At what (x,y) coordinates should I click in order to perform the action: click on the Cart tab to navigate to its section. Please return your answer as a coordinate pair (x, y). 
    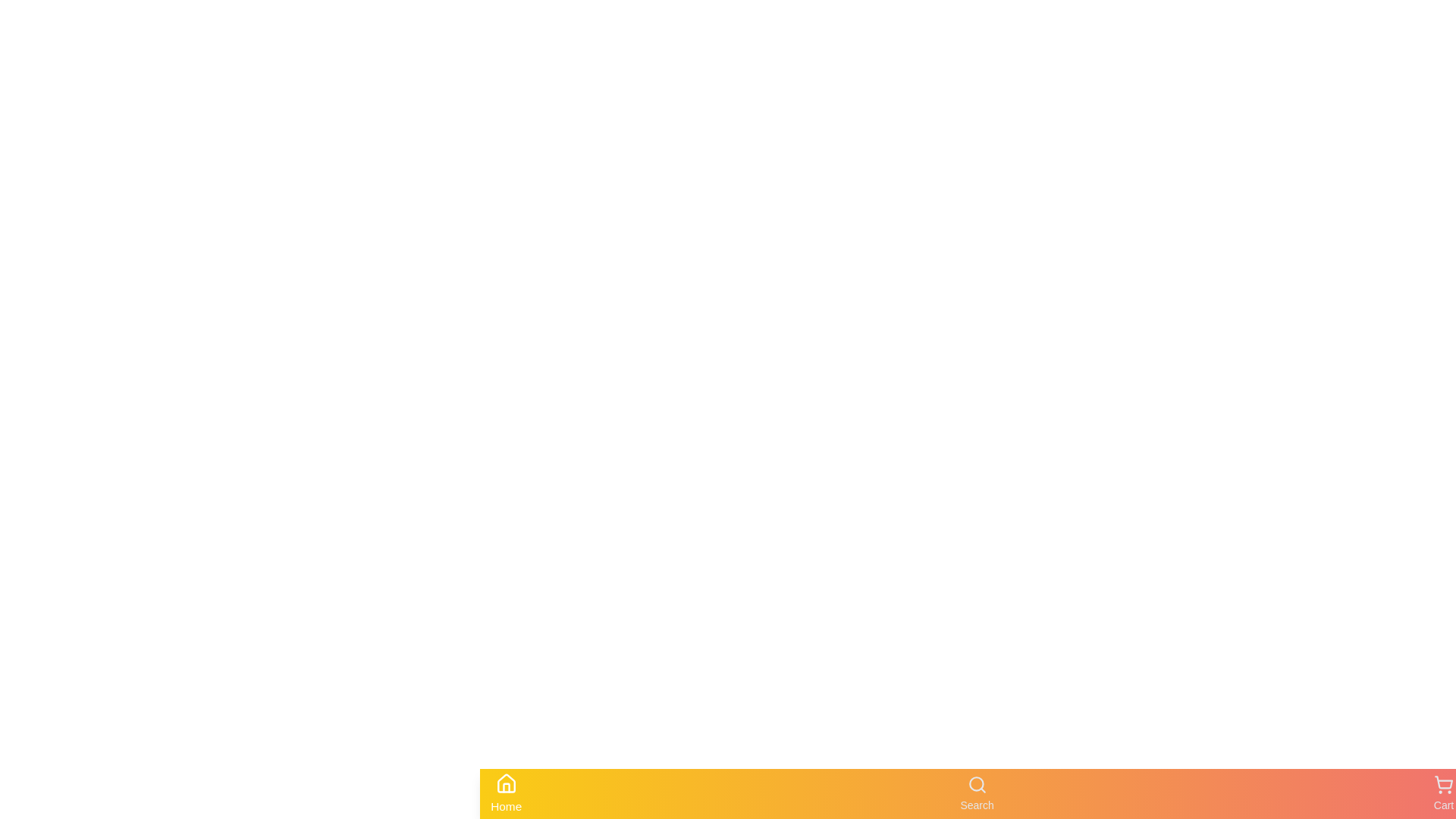
    Looking at the image, I should click on (1443, 792).